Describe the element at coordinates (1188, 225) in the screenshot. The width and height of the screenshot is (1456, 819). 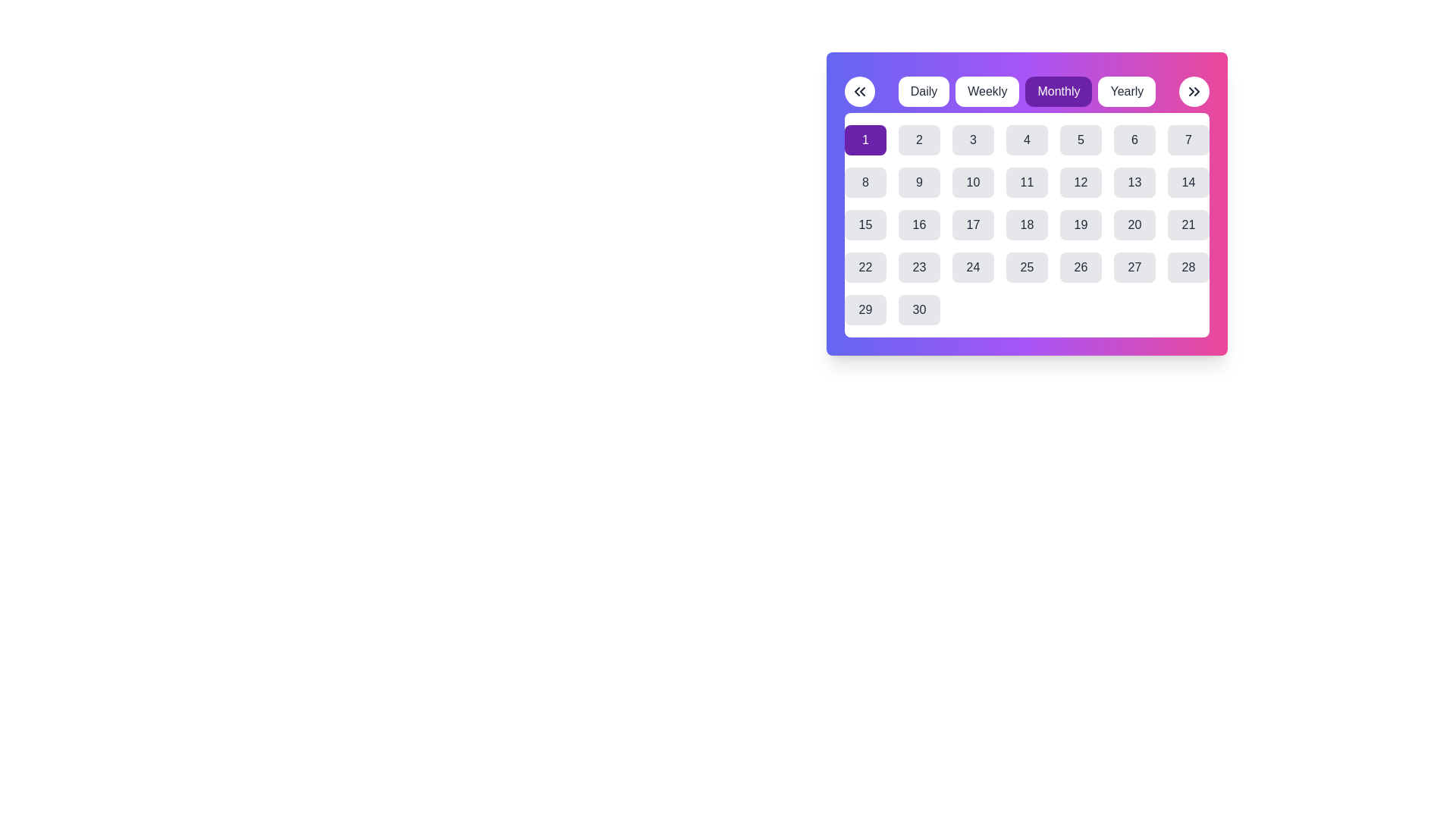
I see `the button representing the date '21' in the calendar interface` at that location.